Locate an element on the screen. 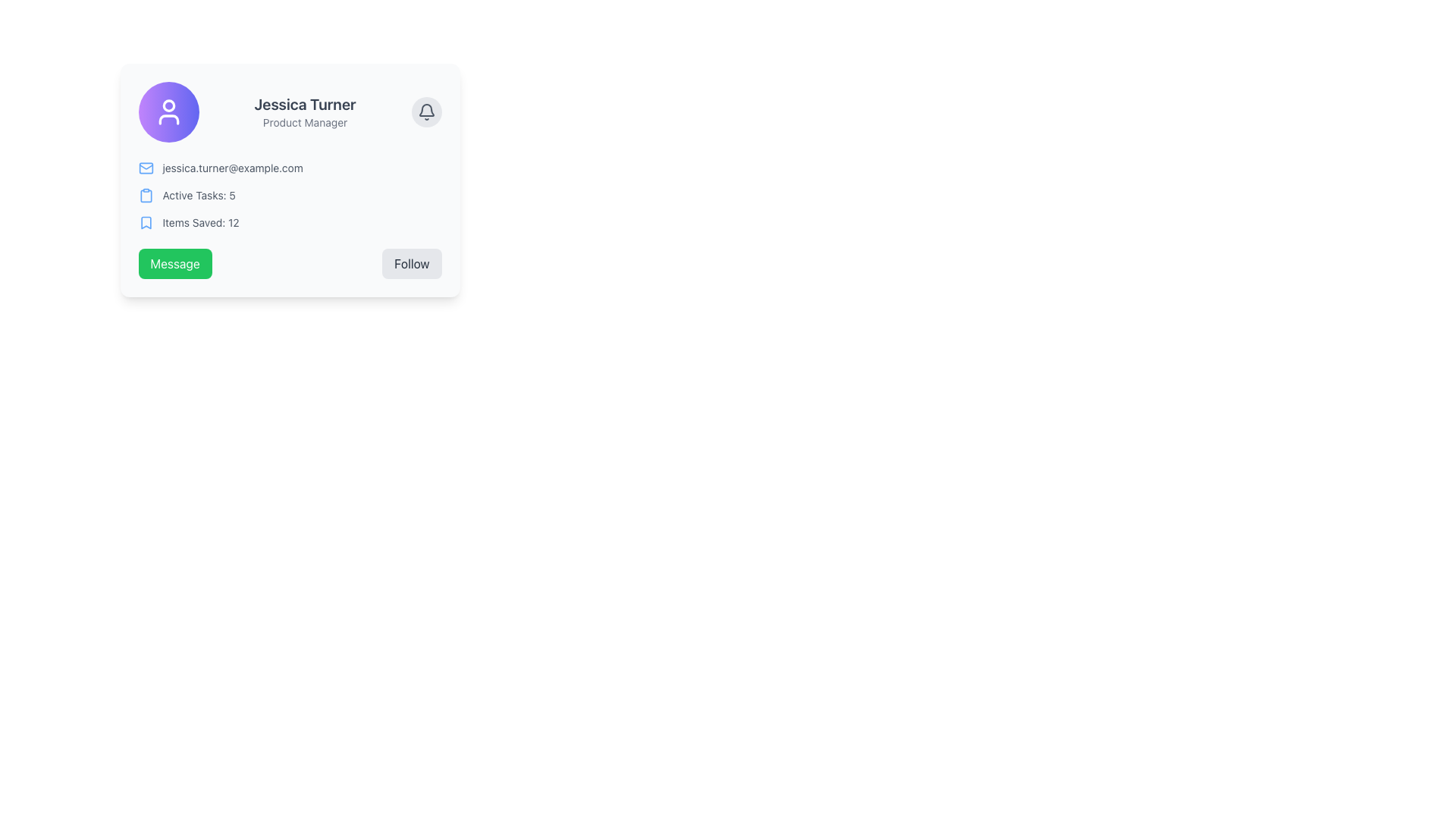 This screenshot has height=819, width=1456. the name 'Jessica Turner' in the Informational header section is located at coordinates (290, 111).